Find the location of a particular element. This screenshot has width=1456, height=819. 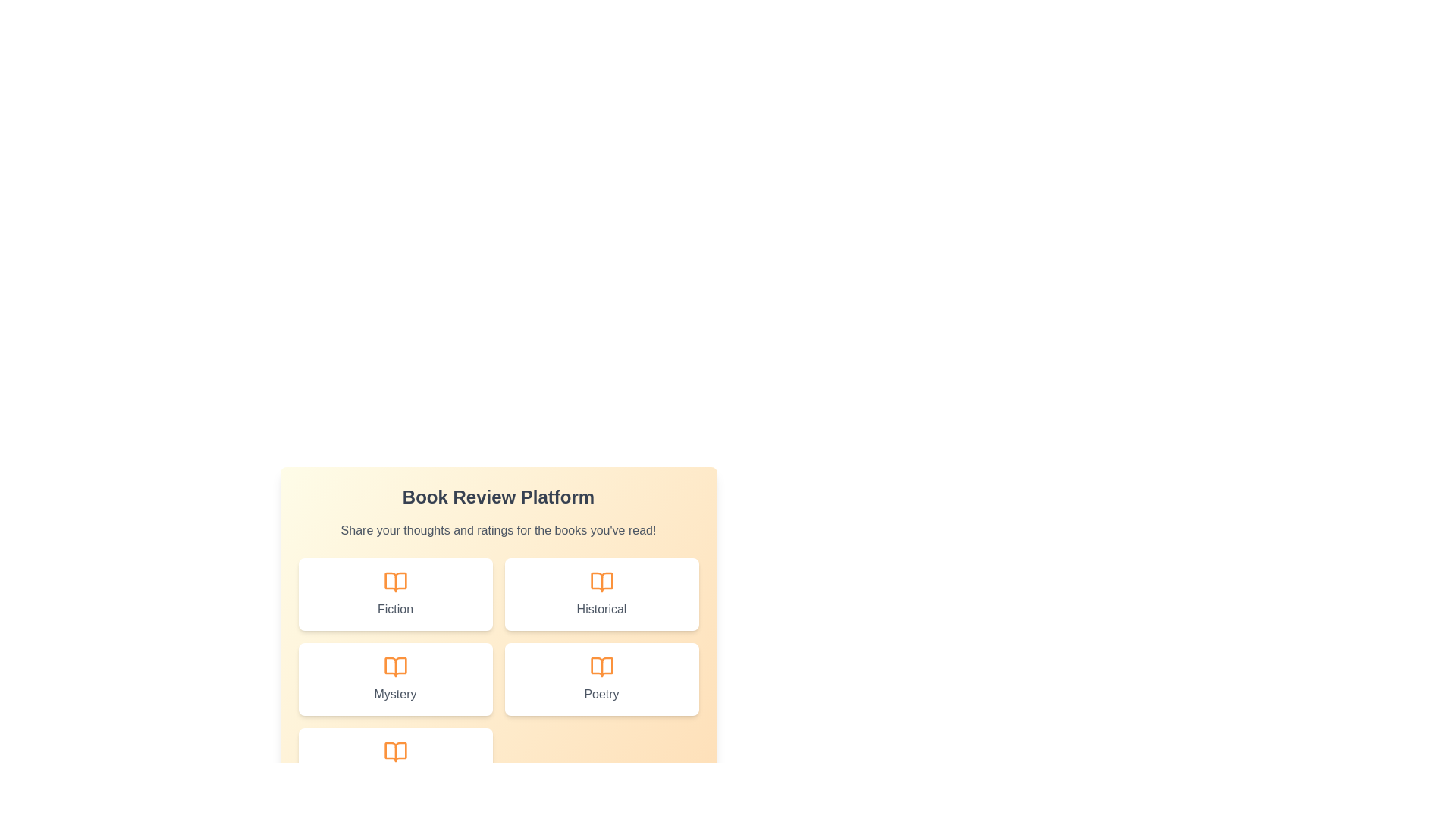

the 'Fiction' category icon, which is an SVG graphic representation located in the top-left card of a 2x2 grid layout, positioned above the text 'Fiction' is located at coordinates (395, 581).